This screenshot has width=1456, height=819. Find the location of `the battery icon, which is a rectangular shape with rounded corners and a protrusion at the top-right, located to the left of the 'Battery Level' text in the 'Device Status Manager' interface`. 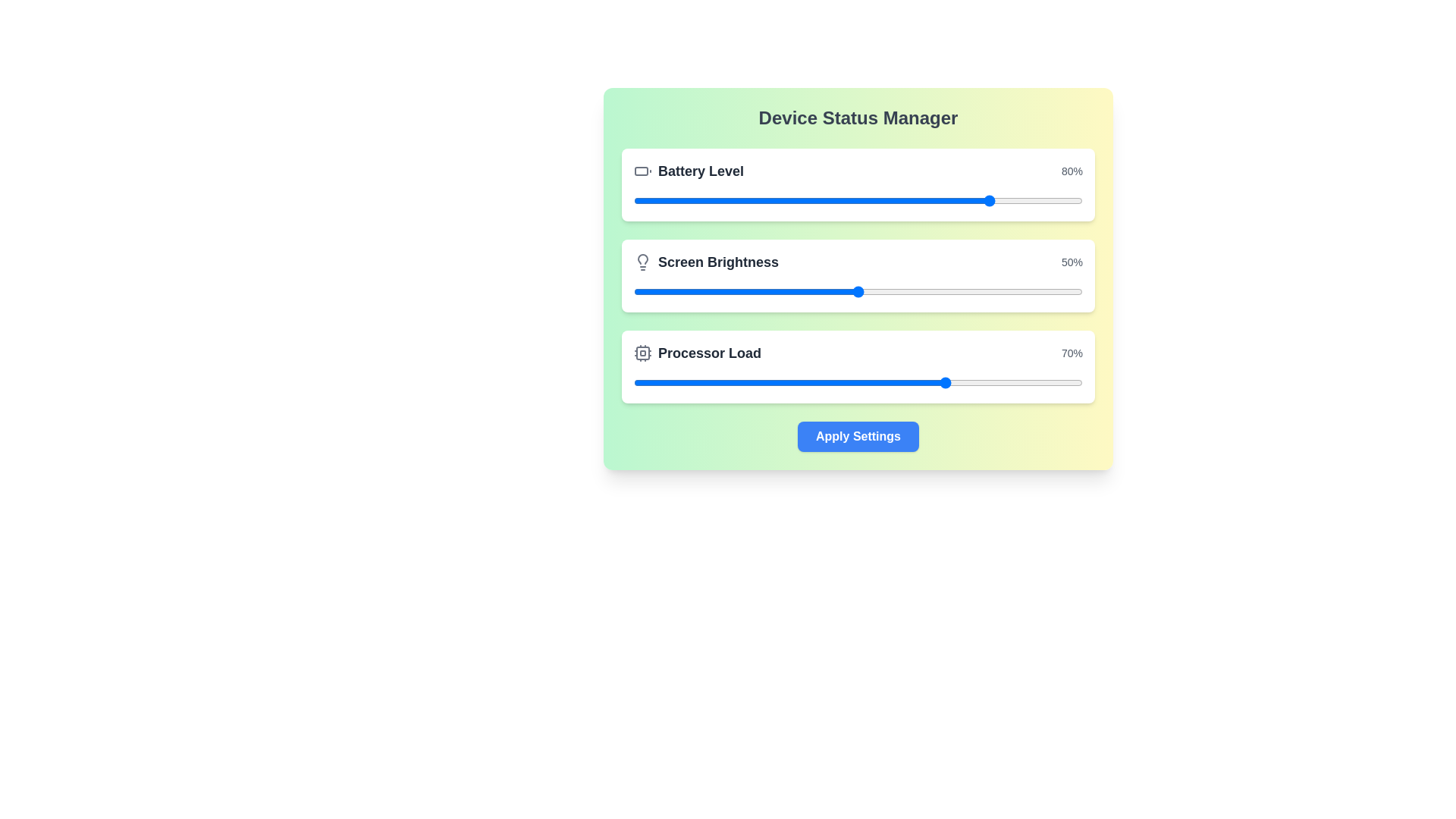

the battery icon, which is a rectangular shape with rounded corners and a protrusion at the top-right, located to the left of the 'Battery Level' text in the 'Device Status Manager' interface is located at coordinates (643, 171).